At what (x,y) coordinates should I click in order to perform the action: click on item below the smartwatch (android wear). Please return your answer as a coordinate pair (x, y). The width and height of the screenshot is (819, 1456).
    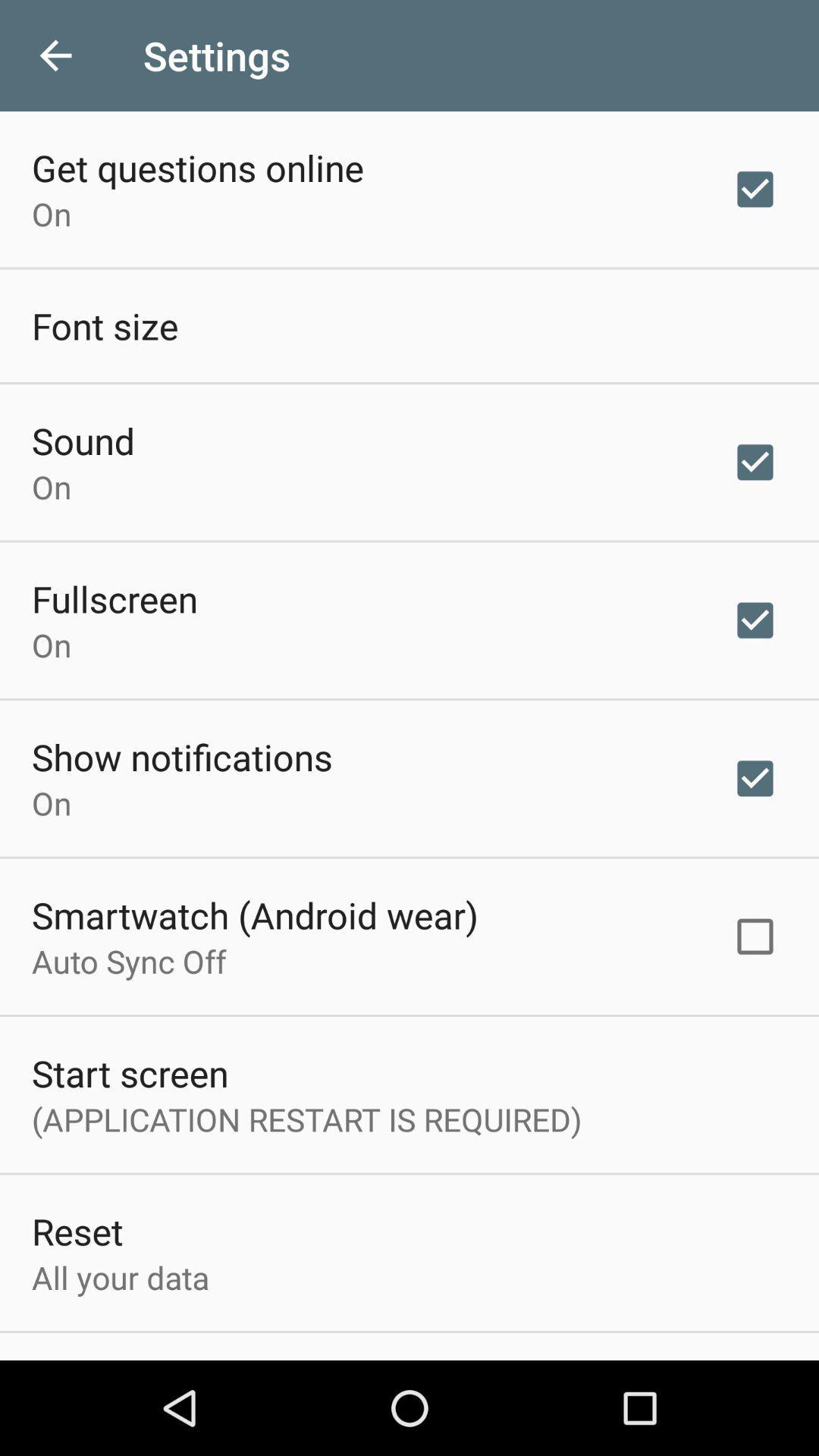
    Looking at the image, I should click on (128, 960).